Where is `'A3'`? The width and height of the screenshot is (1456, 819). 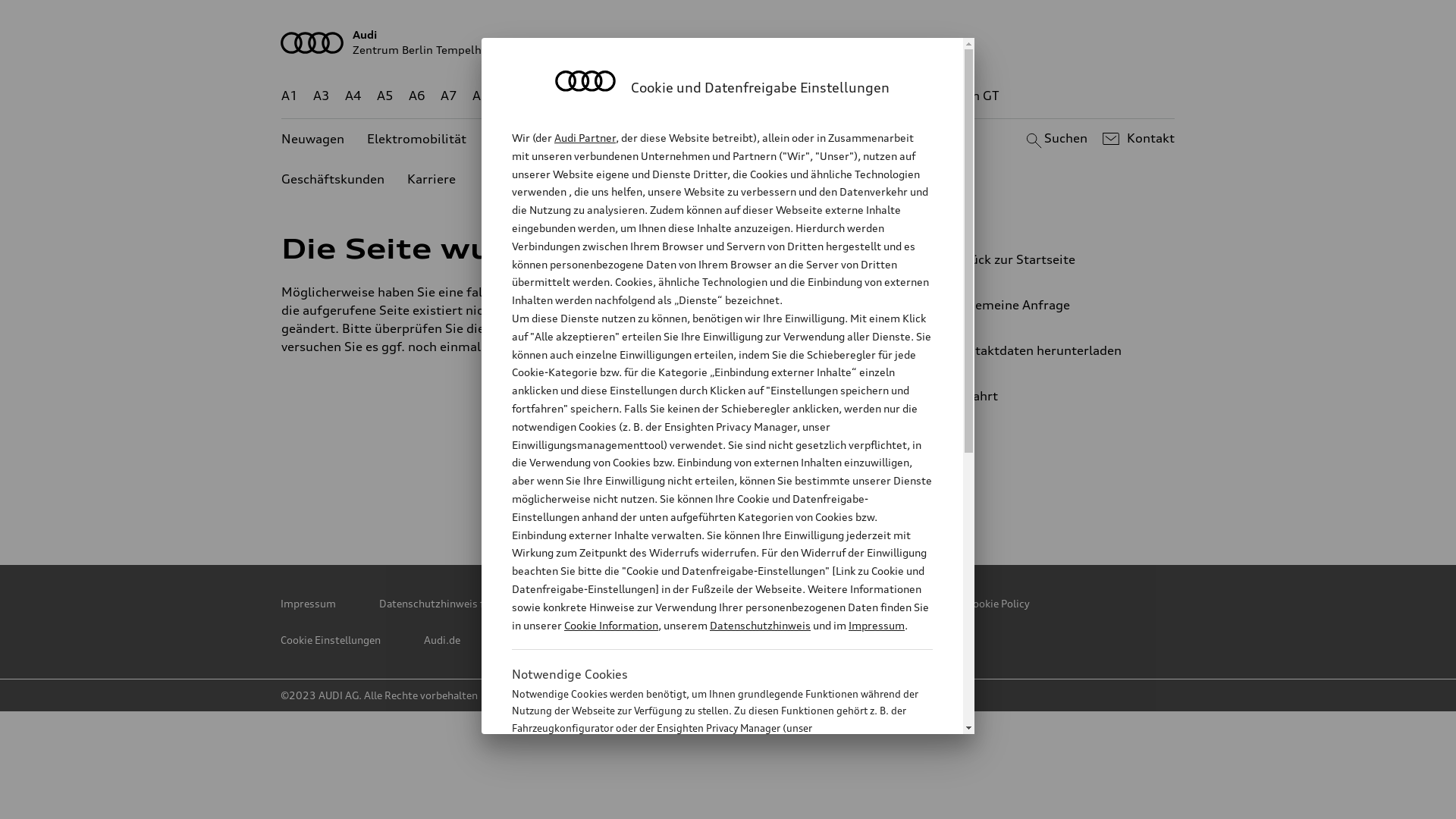 'A3' is located at coordinates (320, 96).